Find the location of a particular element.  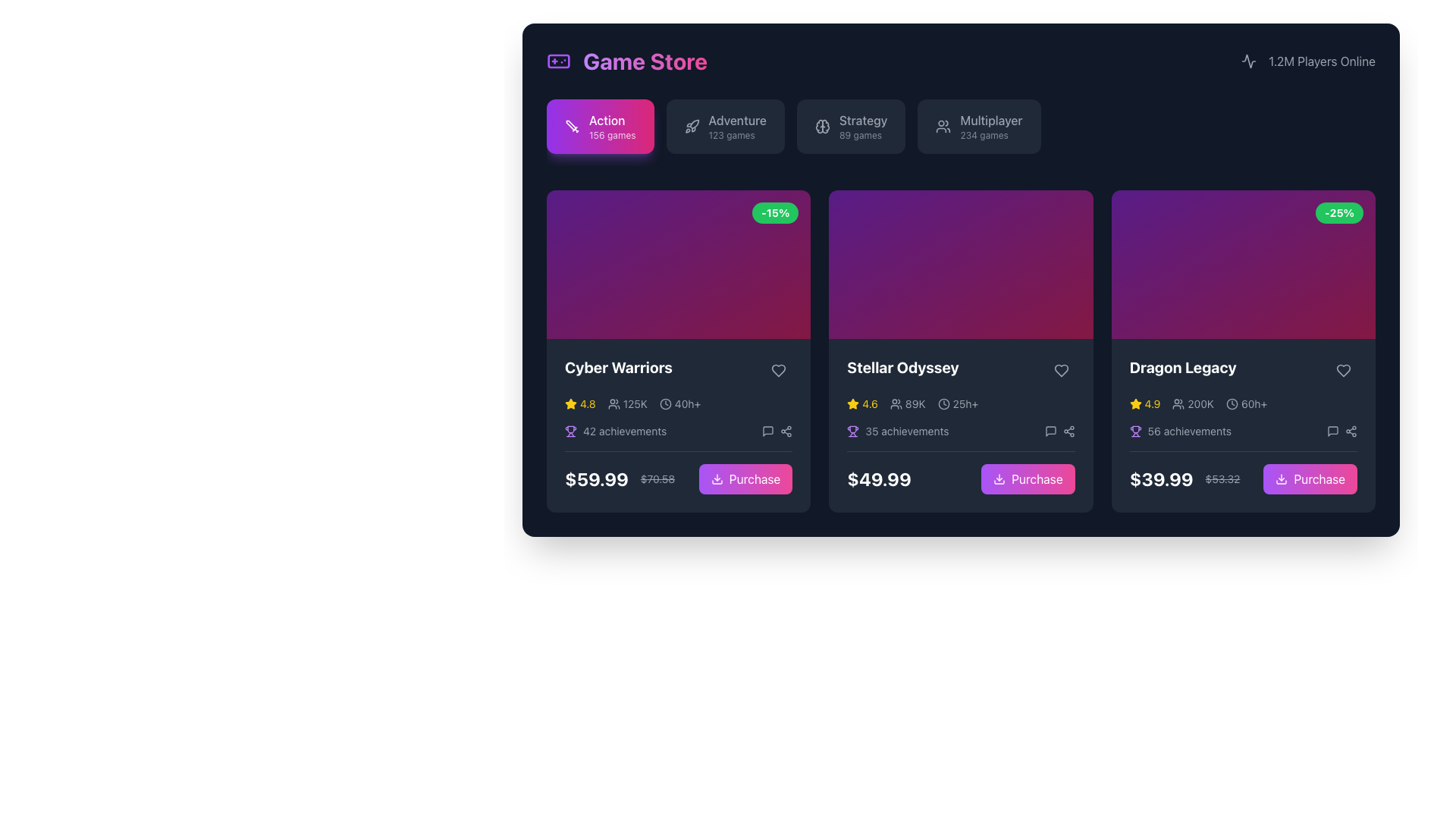

the purchase button for the game 'Cyber Warriors' to trigger hover effects is located at coordinates (755, 479).